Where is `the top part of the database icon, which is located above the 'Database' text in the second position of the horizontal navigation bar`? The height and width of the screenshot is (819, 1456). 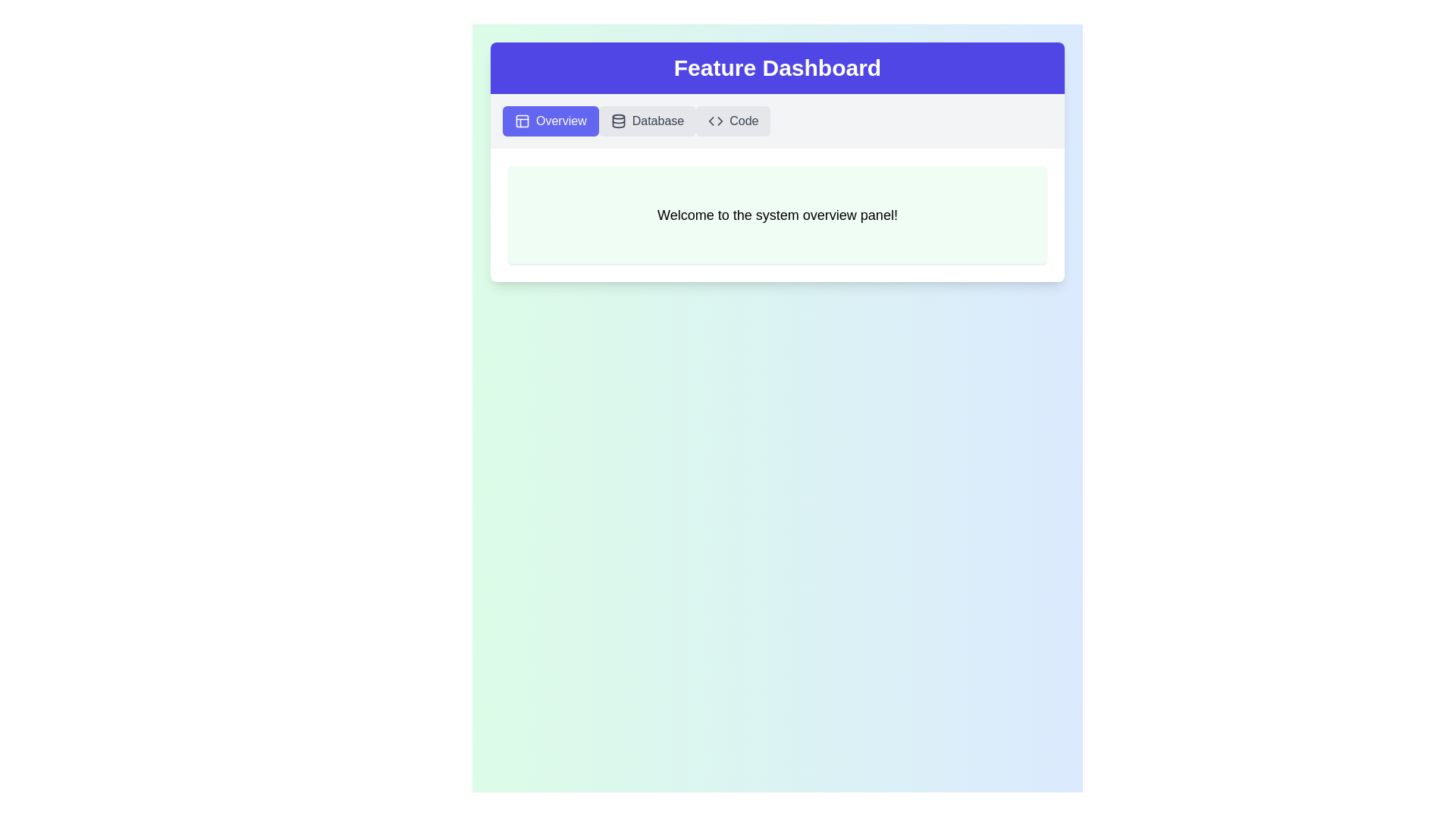
the top part of the database icon, which is located above the 'Database' text in the second position of the horizontal navigation bar is located at coordinates (618, 116).